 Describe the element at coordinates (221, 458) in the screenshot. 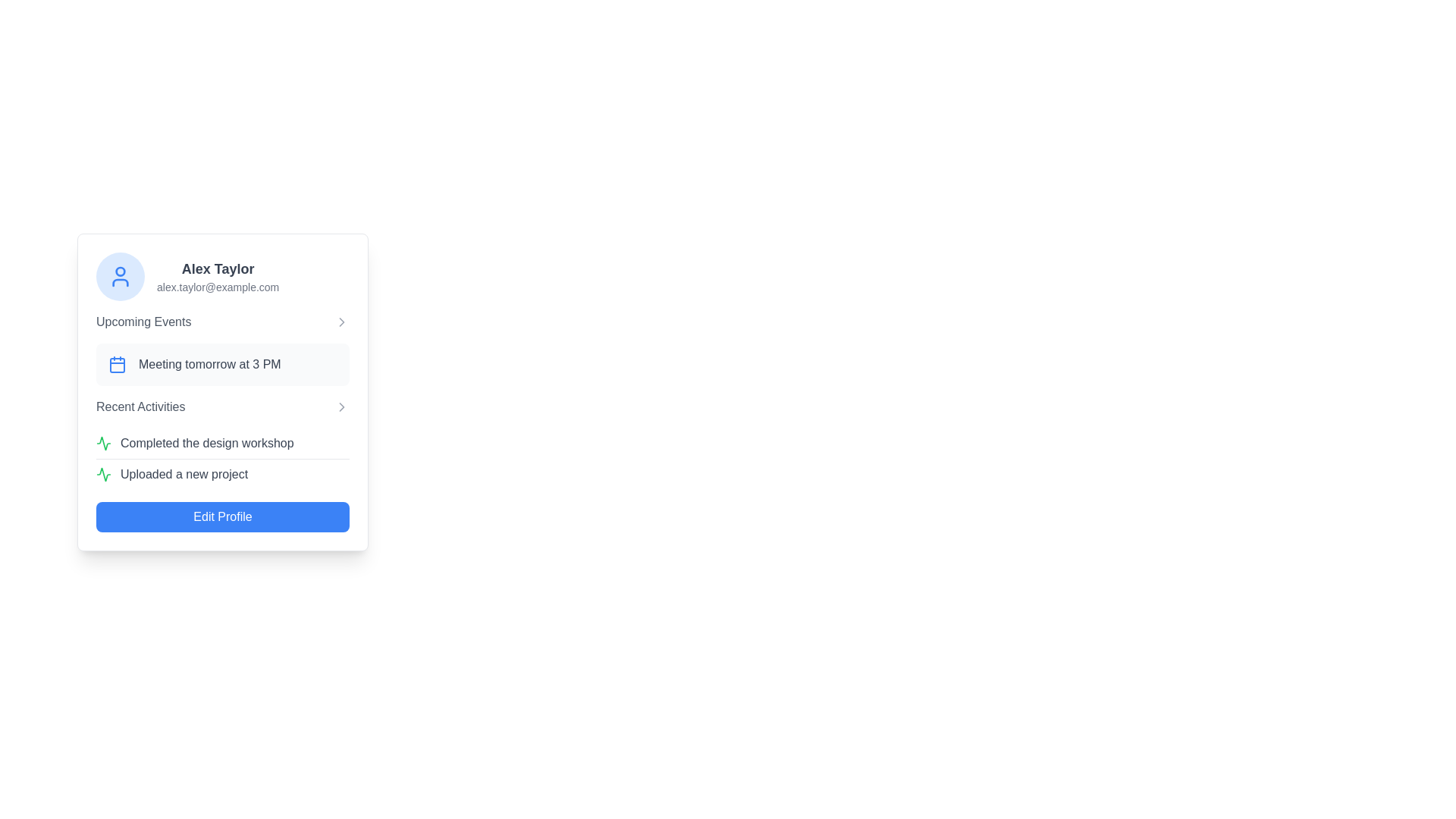

I see `the activity 'Completed the design workshop' in the Recent Activities list` at that location.